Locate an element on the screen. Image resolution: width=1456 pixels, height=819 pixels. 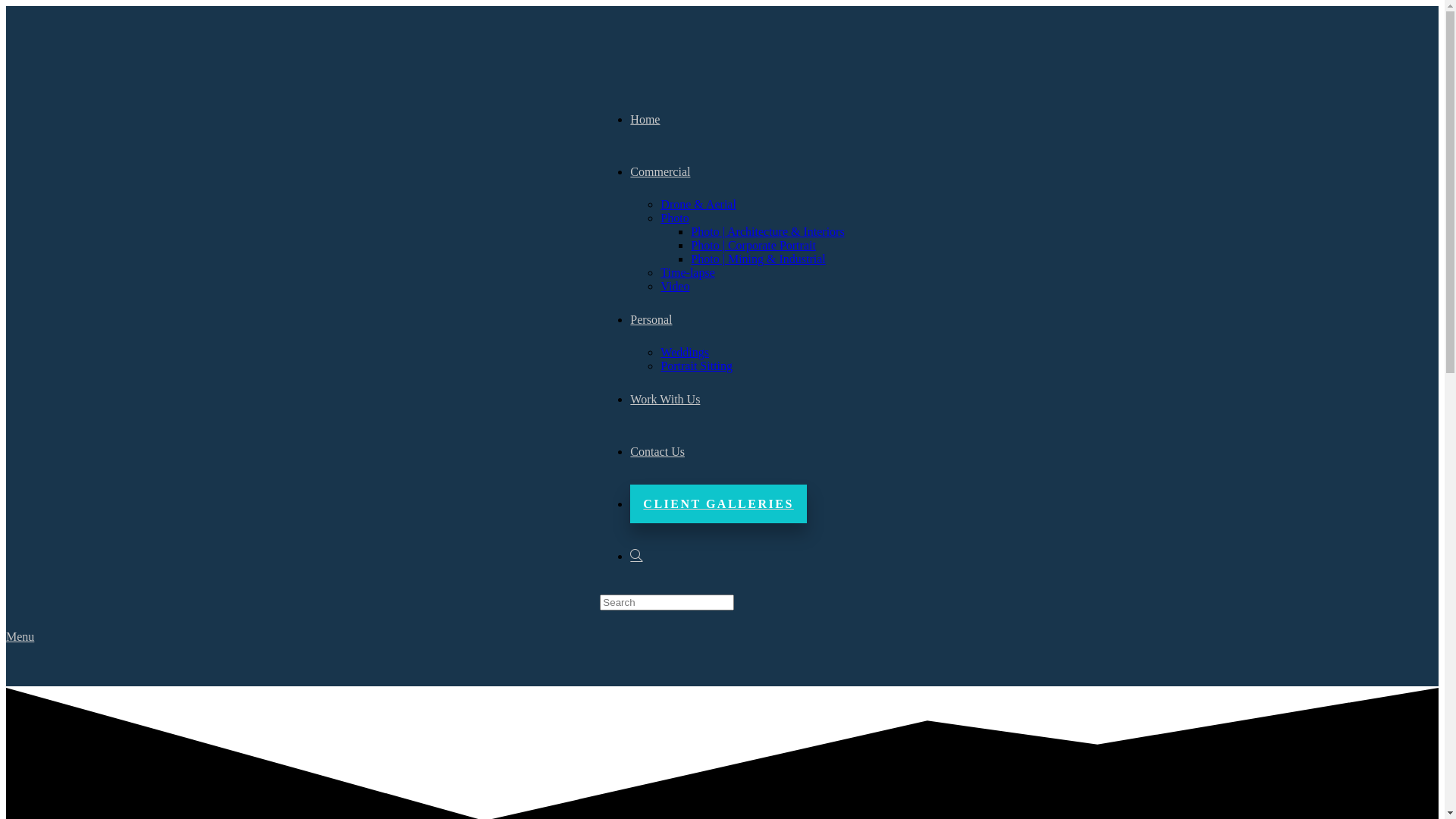
'Home' is located at coordinates (645, 118).